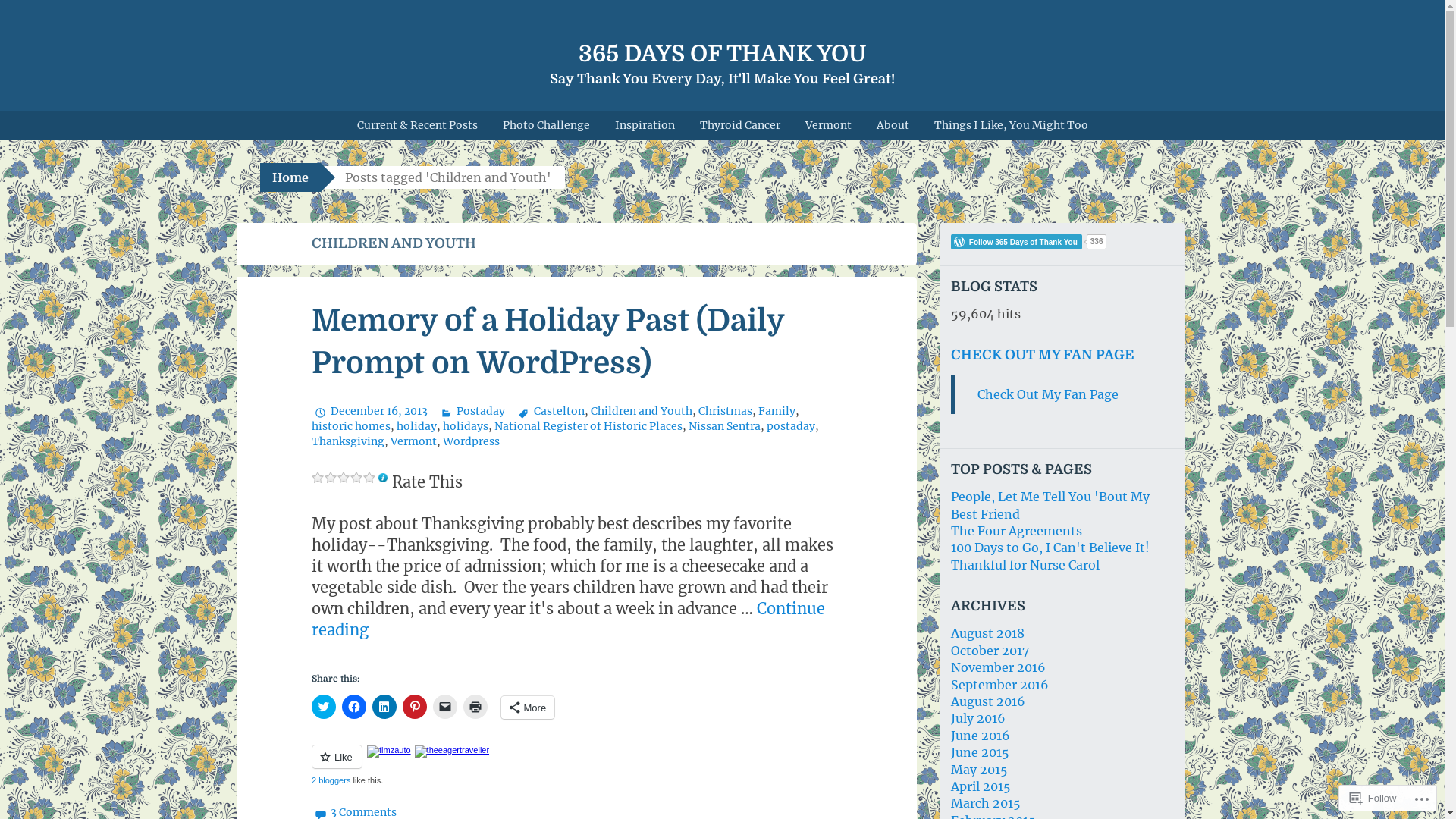 This screenshot has height=819, width=1456. Describe the element at coordinates (987, 632) in the screenshot. I see `'August 2018'` at that location.